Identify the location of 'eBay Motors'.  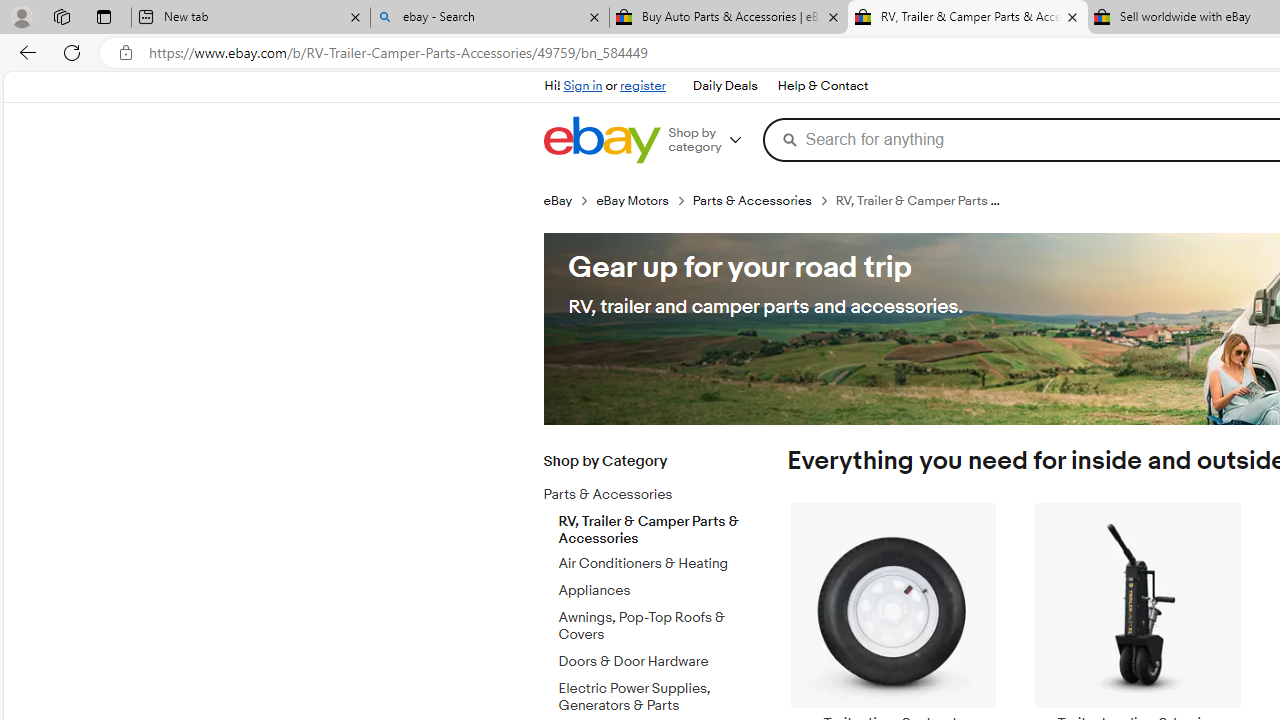
(644, 200).